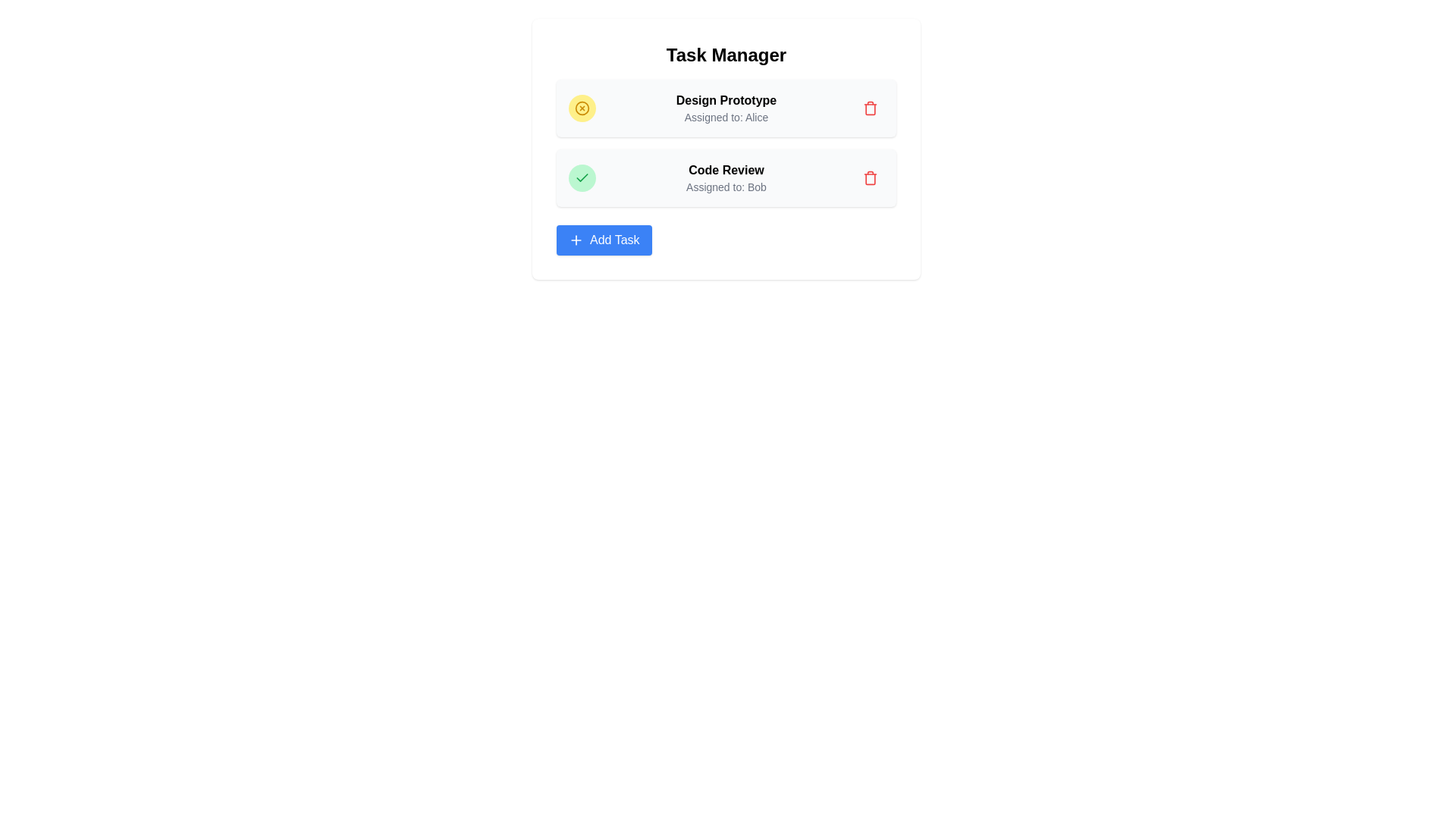 The image size is (1456, 819). What do you see at coordinates (582, 177) in the screenshot?
I see `the green check mark symbol of the Indicator Icon located next to the text 'Code Review Assigned to: Bob' in the task manager interface` at bounding box center [582, 177].